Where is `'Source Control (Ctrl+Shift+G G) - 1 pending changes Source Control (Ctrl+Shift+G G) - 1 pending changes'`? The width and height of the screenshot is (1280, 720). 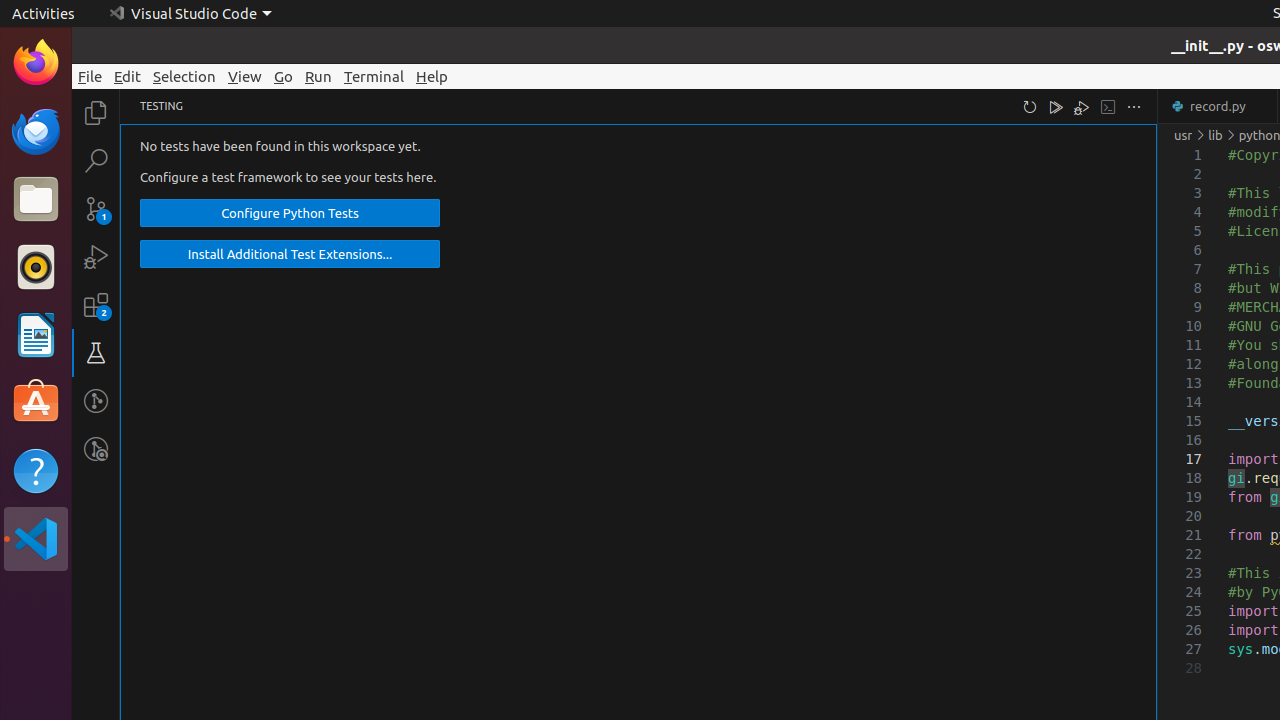 'Source Control (Ctrl+Shift+G G) - 1 pending changes Source Control (Ctrl+Shift+G G) - 1 pending changes' is located at coordinates (95, 209).